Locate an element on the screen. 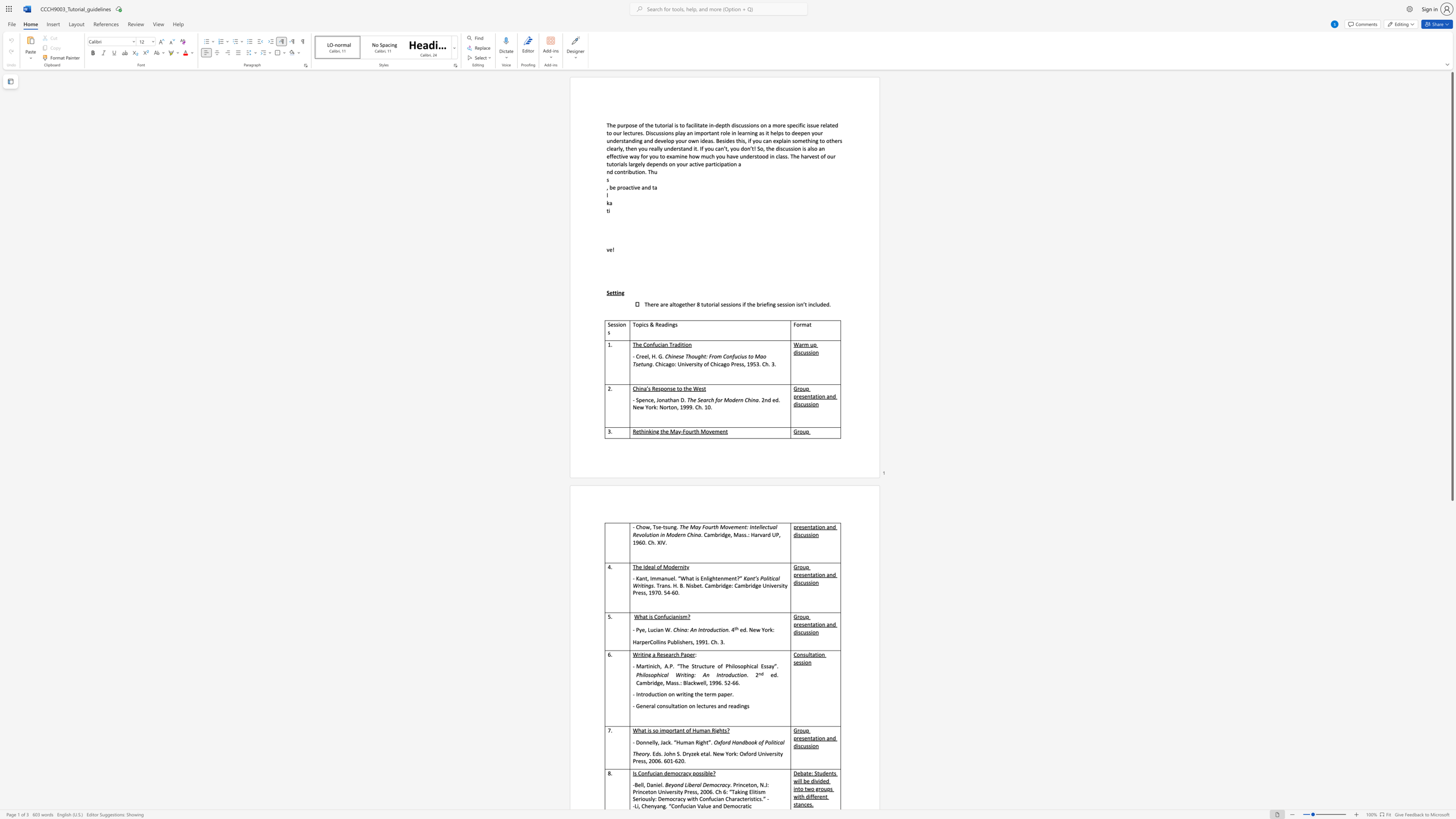  the scrollbar to move the page downward is located at coordinates (1451, 664).